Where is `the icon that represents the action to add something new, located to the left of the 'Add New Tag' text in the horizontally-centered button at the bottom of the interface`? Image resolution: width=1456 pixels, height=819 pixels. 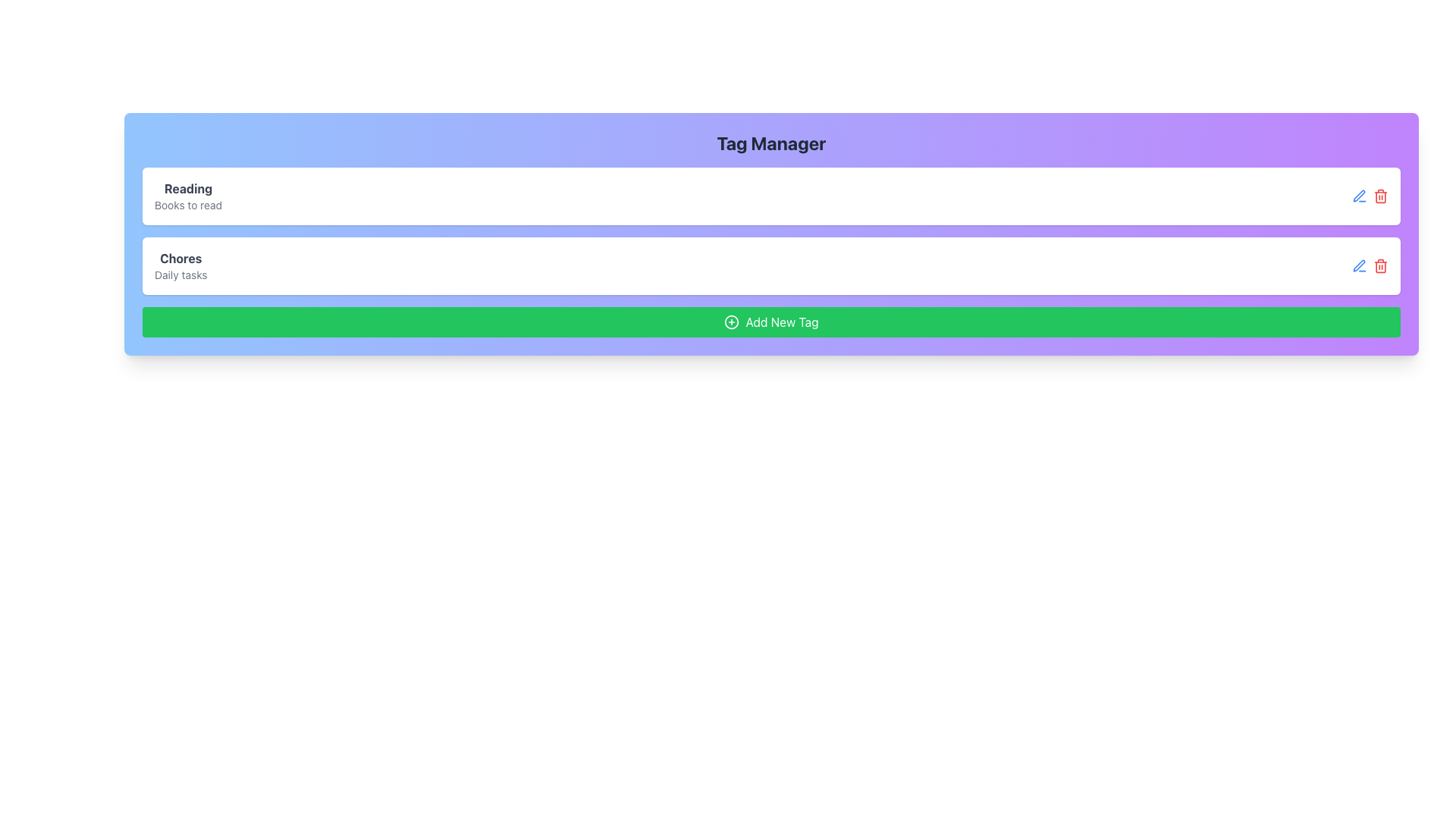
the icon that represents the action to add something new, located to the left of the 'Add New Tag' text in the horizontally-centered button at the bottom of the interface is located at coordinates (732, 321).